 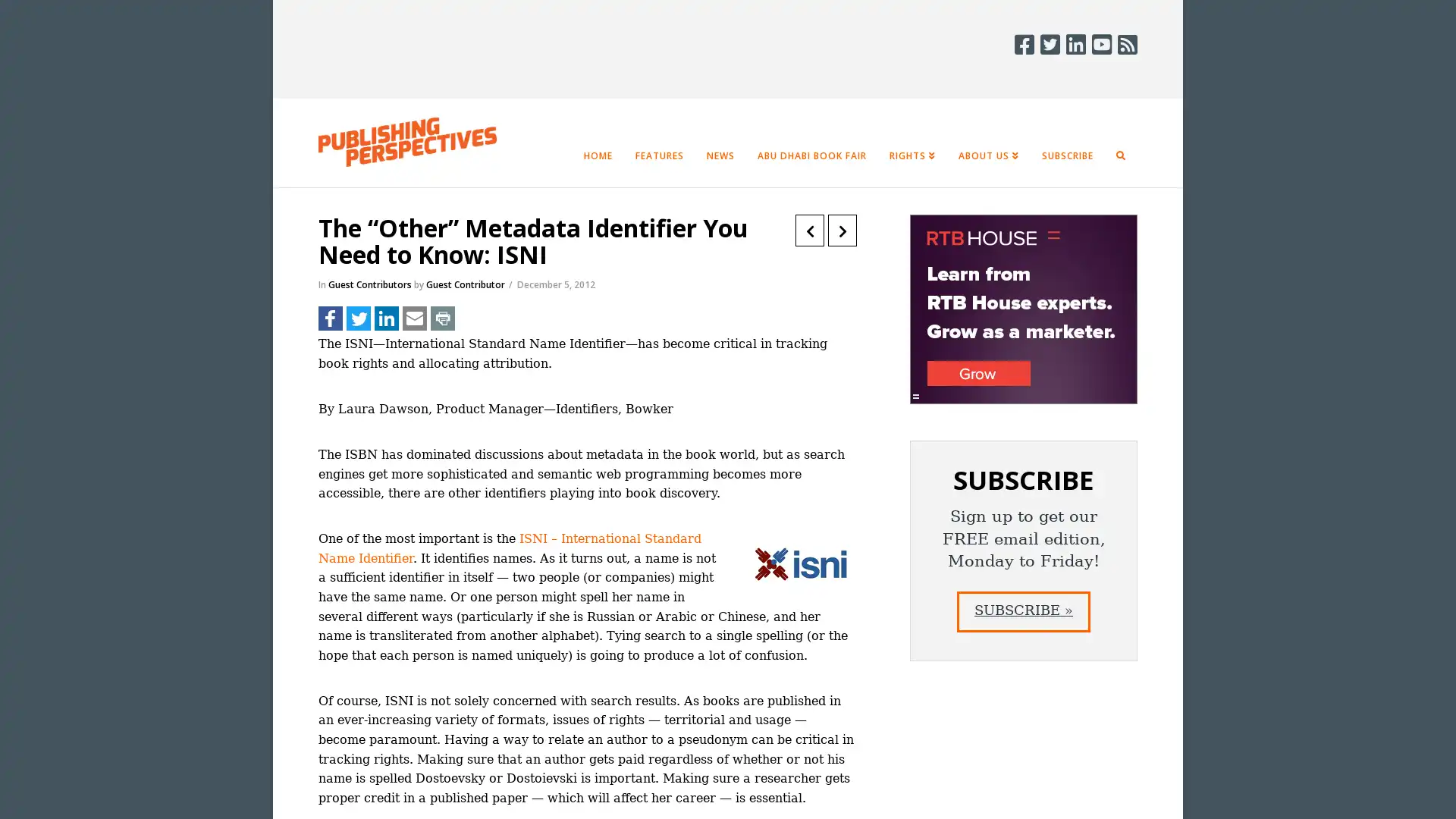 I want to click on Share to Twitter, so click(x=358, y=318).